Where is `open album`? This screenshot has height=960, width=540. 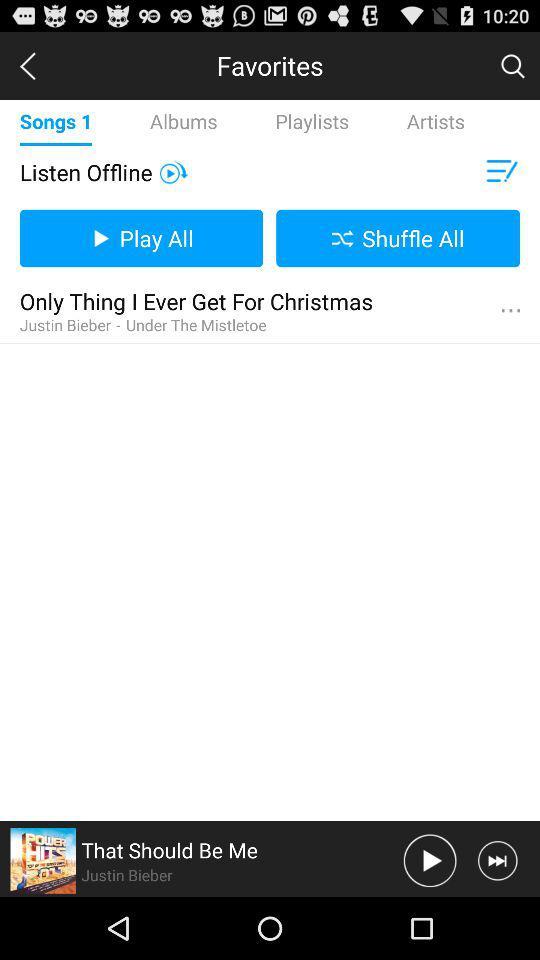 open album is located at coordinates (43, 859).